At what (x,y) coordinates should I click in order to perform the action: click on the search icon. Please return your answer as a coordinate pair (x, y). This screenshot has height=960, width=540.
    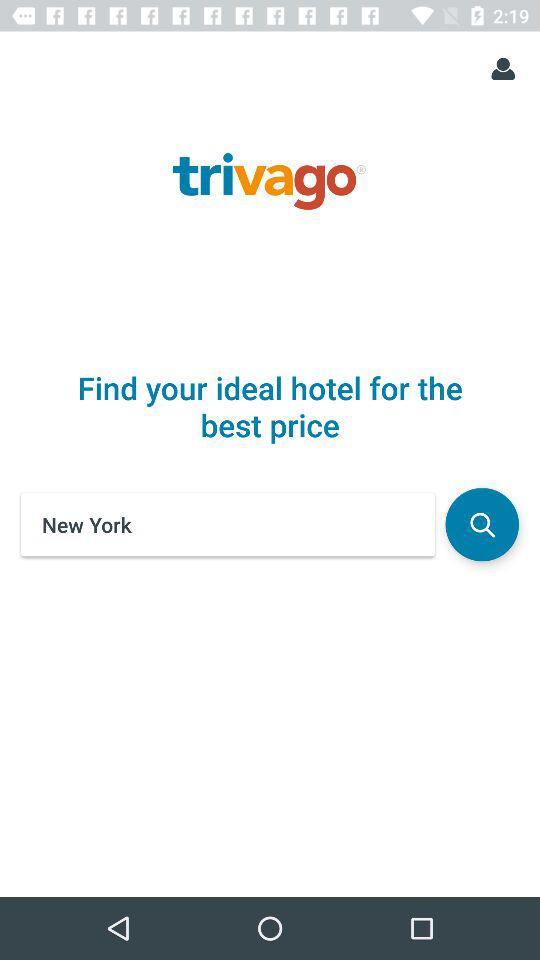
    Looking at the image, I should click on (481, 523).